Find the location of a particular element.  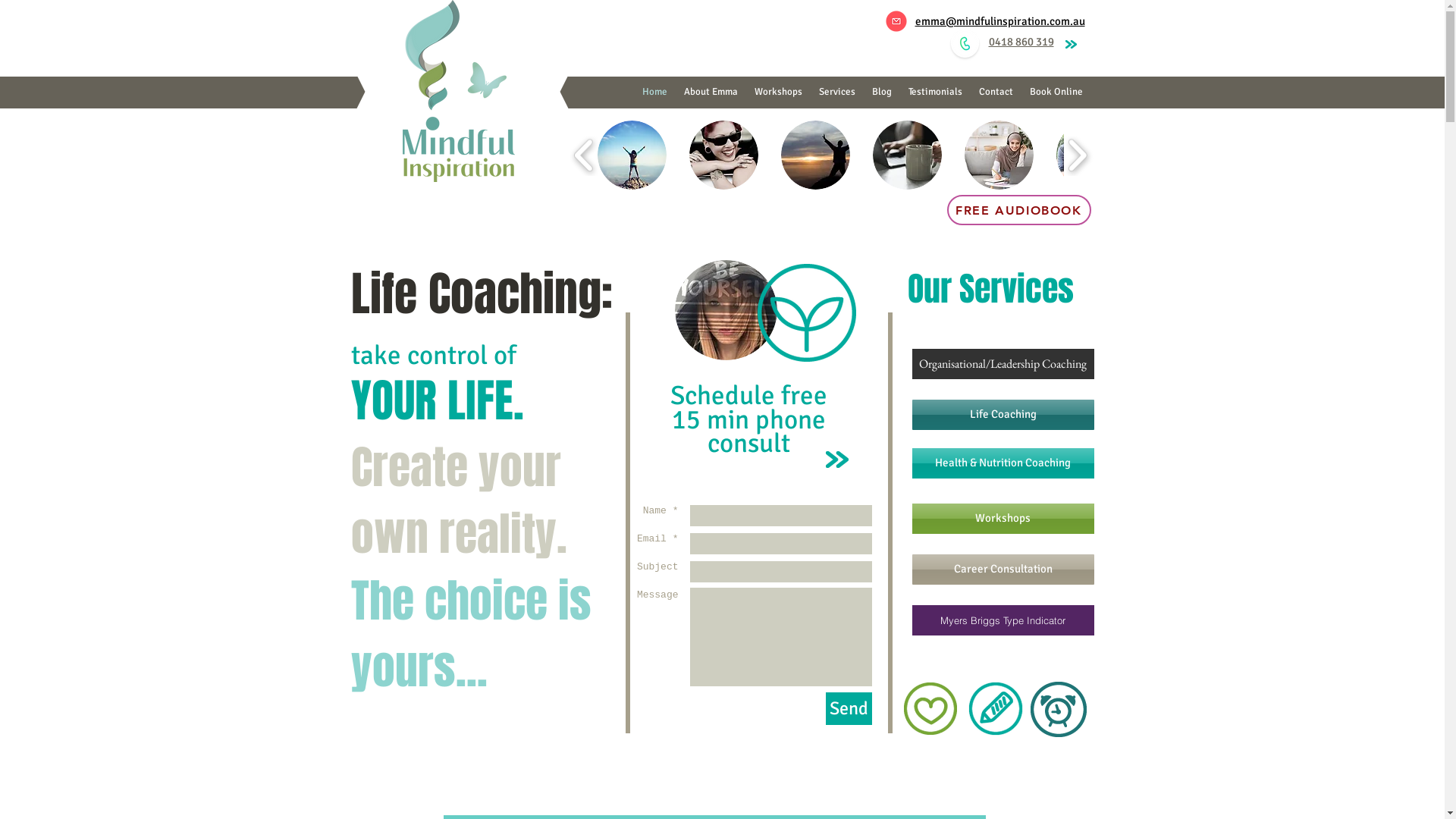

'Book Online' is located at coordinates (1055, 92).